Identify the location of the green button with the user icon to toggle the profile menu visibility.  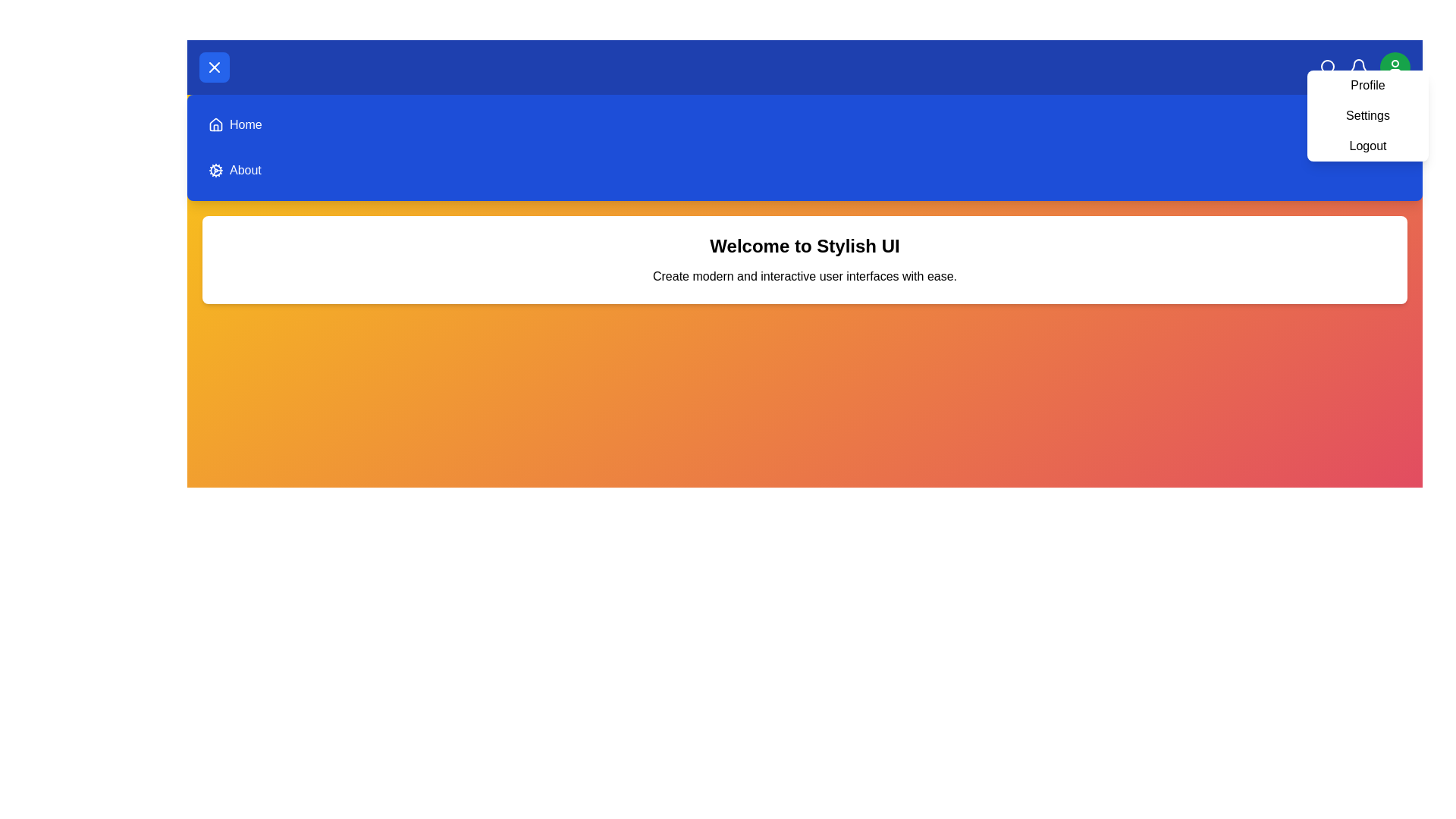
(1395, 66).